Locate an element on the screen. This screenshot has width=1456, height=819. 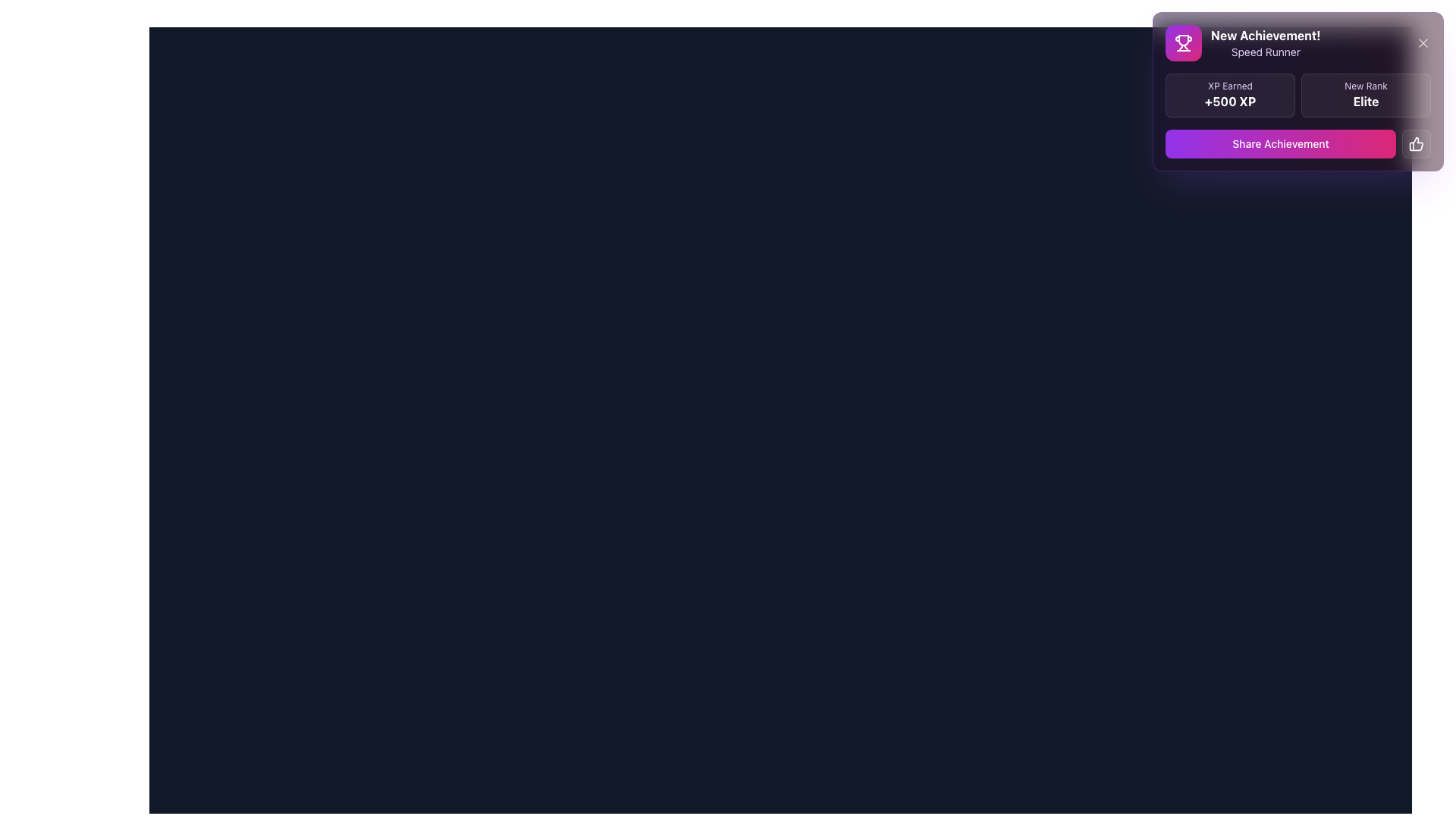
the close button icon (an 'X') in the top-right corner of the notification card is located at coordinates (1422, 42).